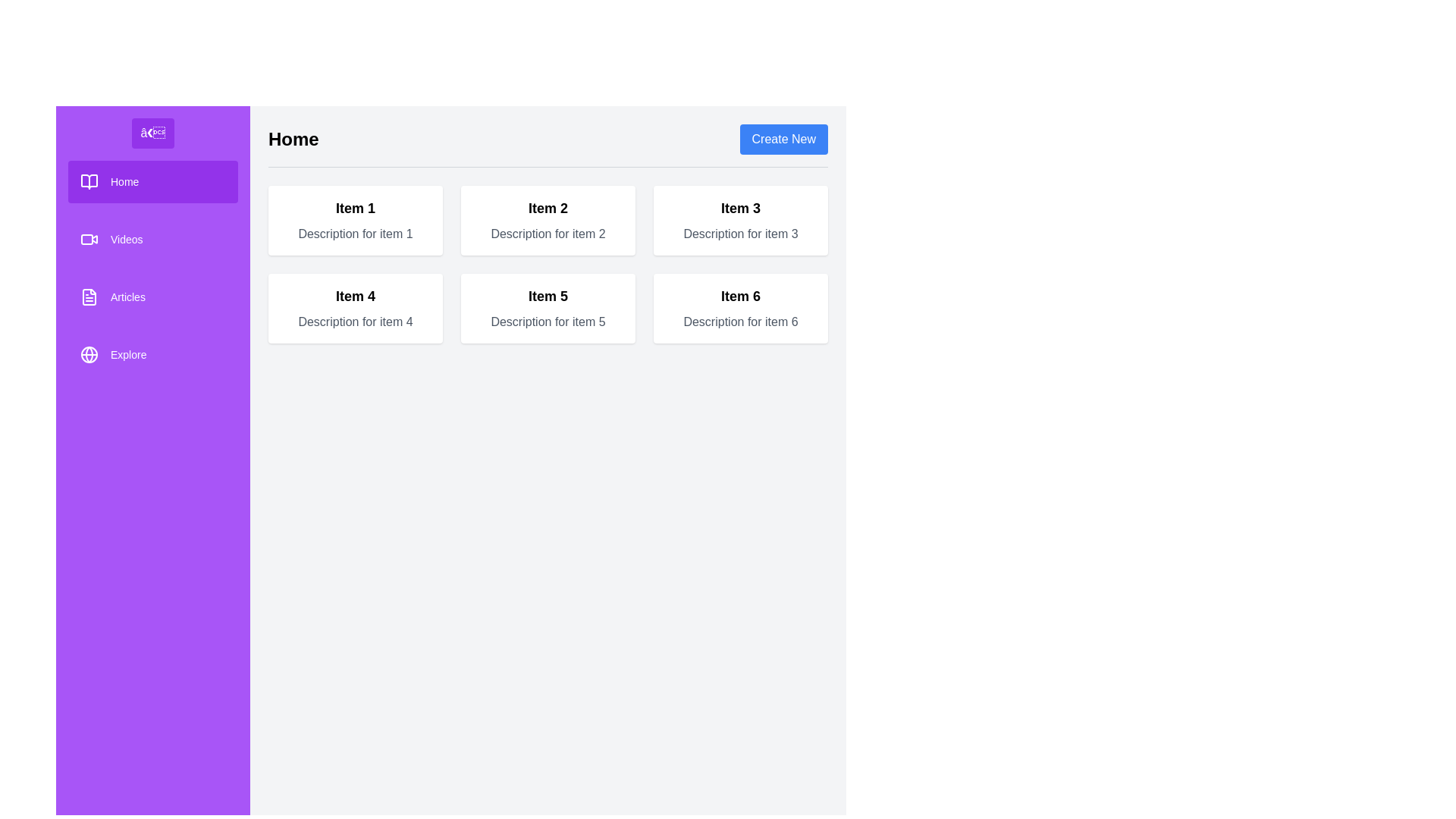 The image size is (1456, 819). What do you see at coordinates (741, 234) in the screenshot?
I see `the descriptive text label for 'Item 3' located within the content card in the top row, third column of the grid` at bounding box center [741, 234].